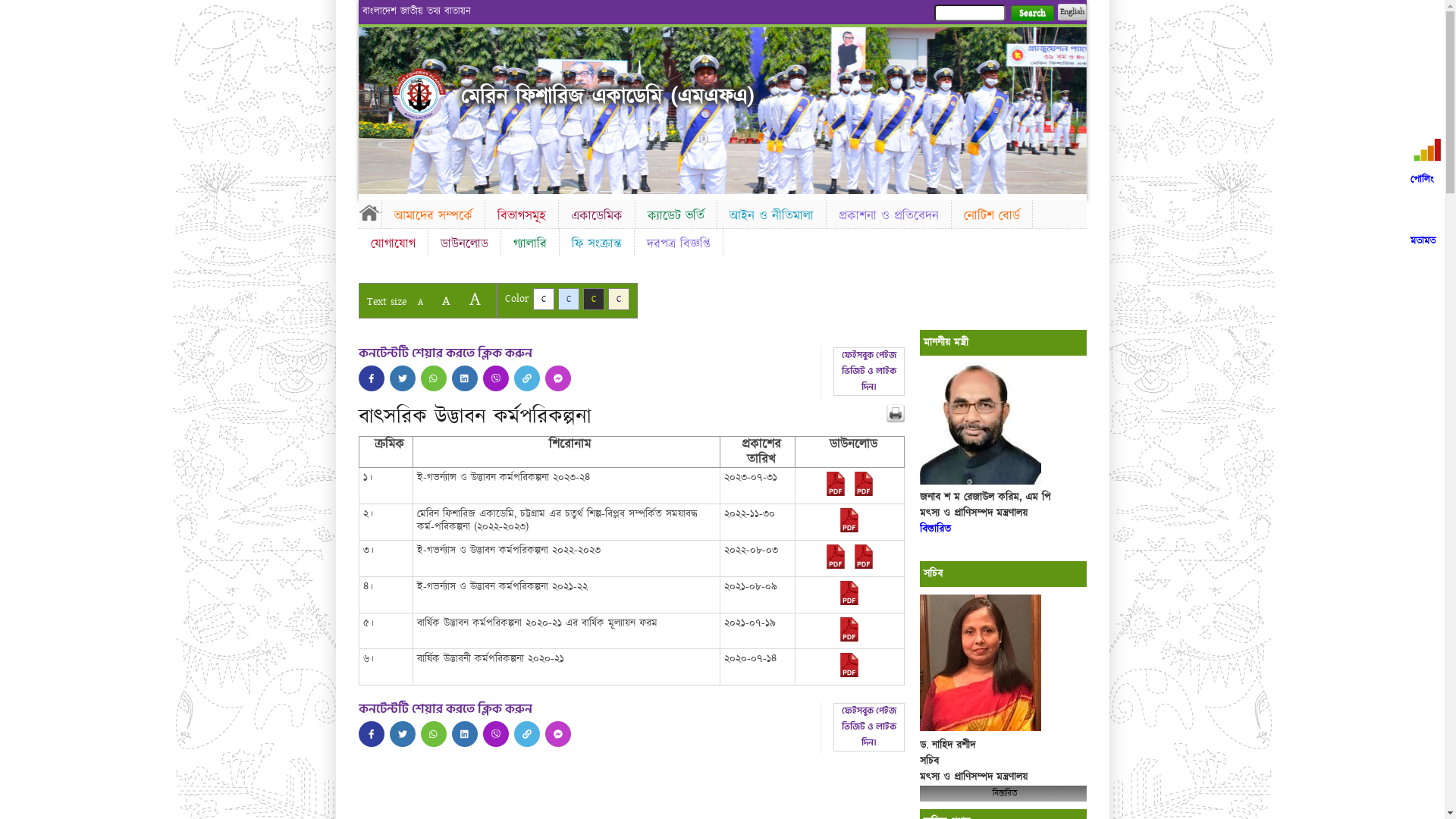 The width and height of the screenshot is (1456, 819). Describe the element at coordinates (444, 300) in the screenshot. I see `'A'` at that location.